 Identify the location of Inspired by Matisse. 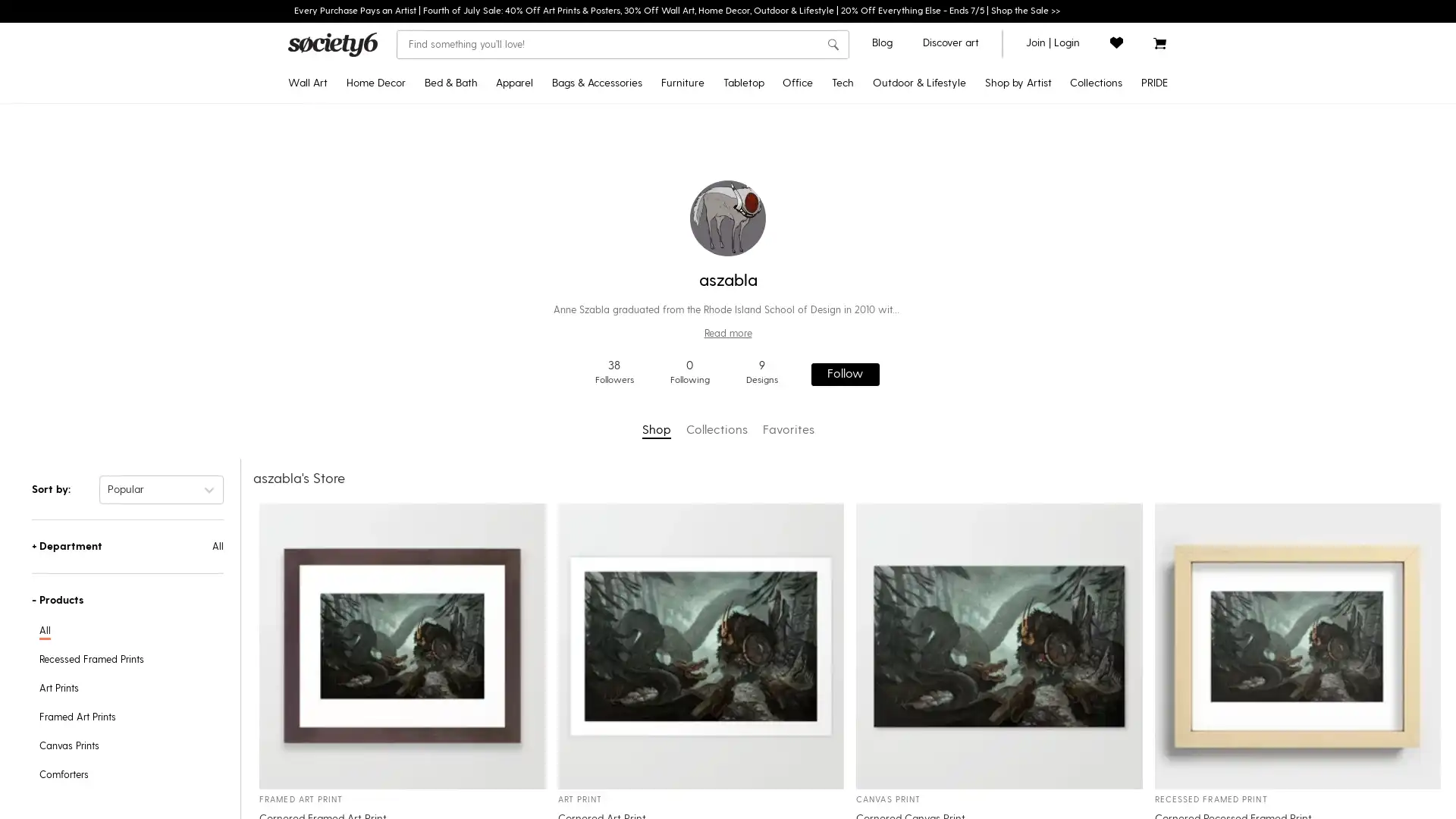
(1040, 293).